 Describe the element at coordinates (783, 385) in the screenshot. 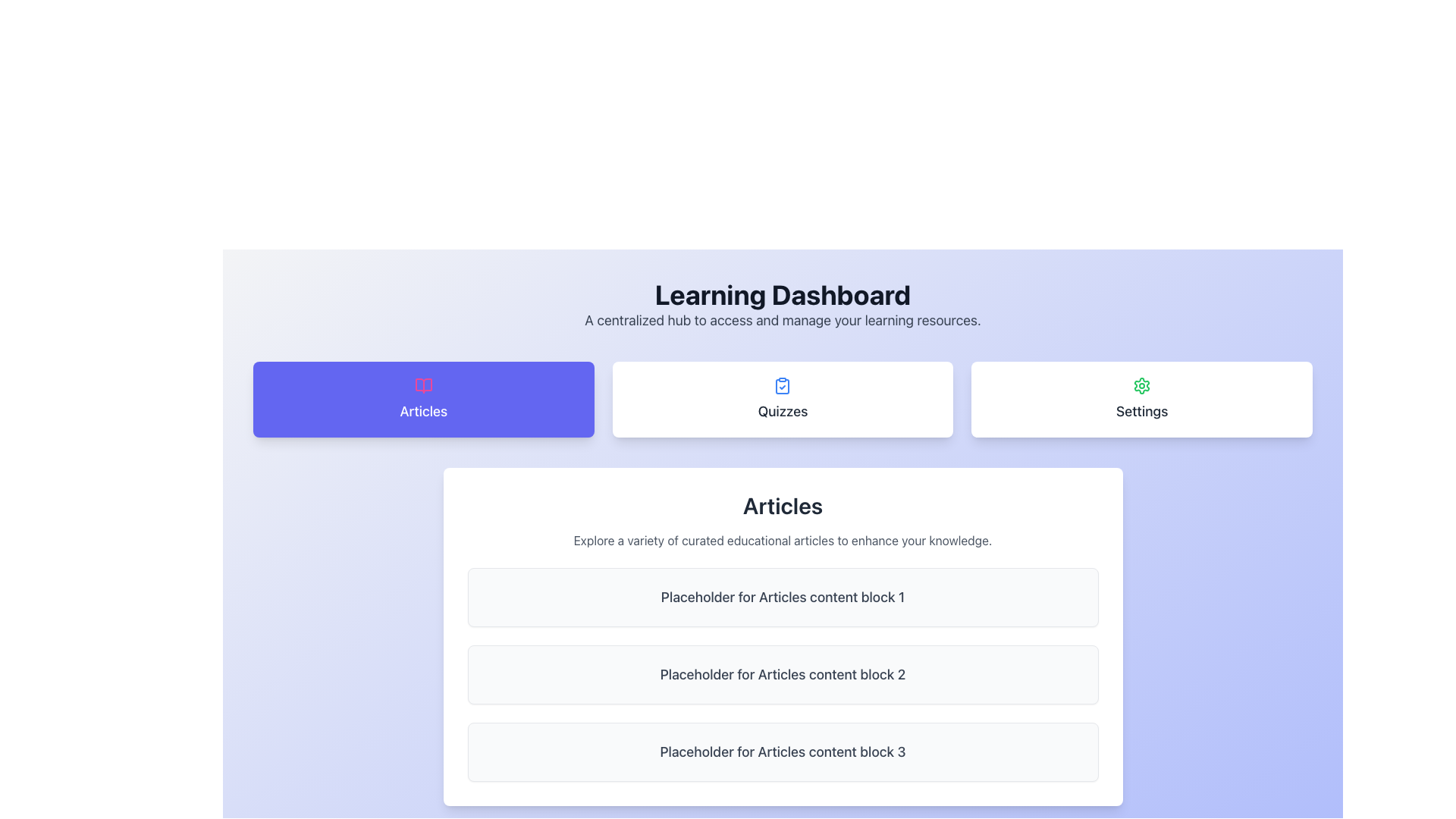

I see `the 'Quizzes' icon located at the center of the button` at that location.